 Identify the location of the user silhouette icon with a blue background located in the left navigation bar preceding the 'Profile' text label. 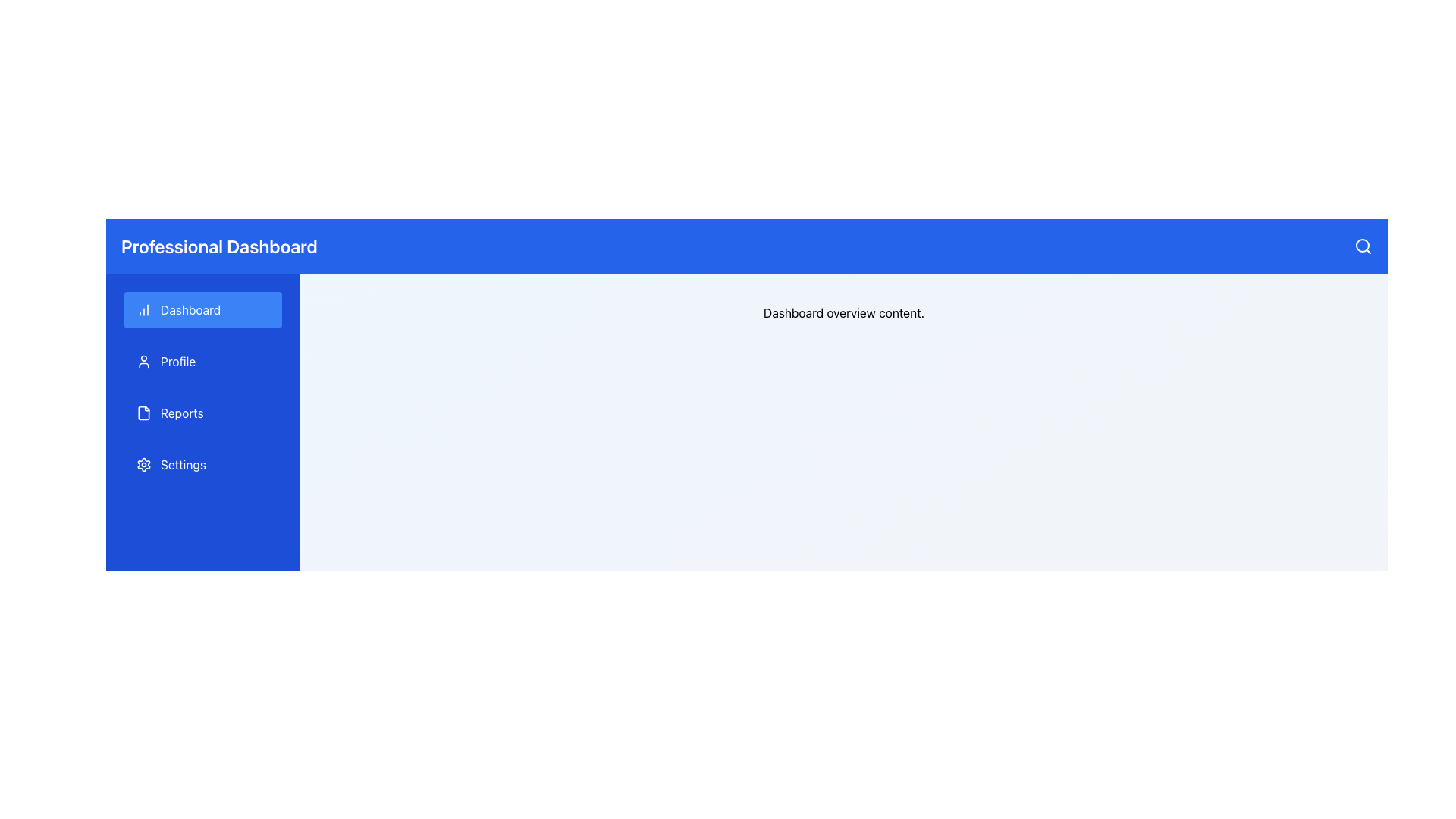
(144, 362).